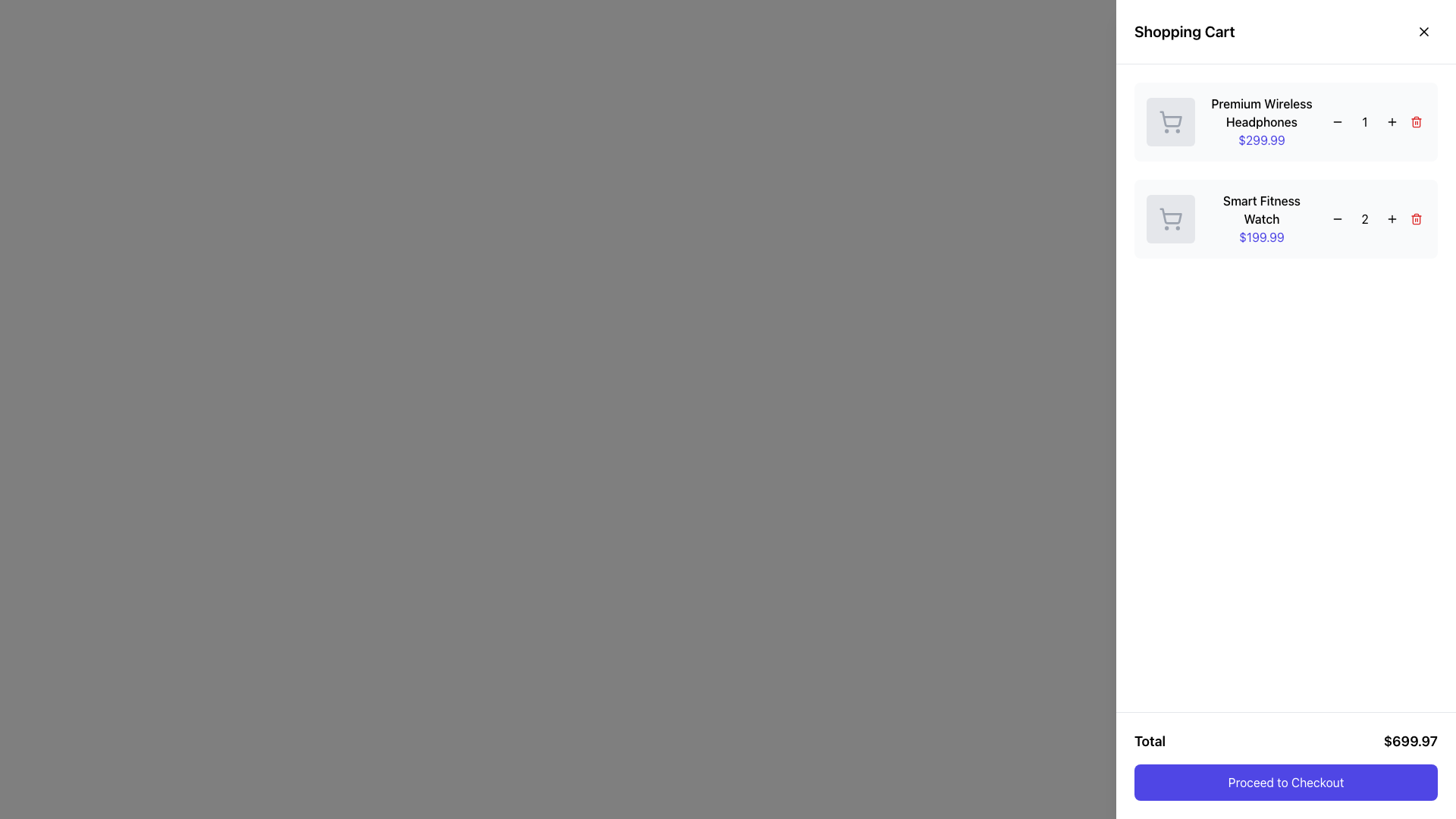 The height and width of the screenshot is (819, 1456). Describe the element at coordinates (1376, 219) in the screenshot. I see `the numeric display for the 'Smart Fitness Watch' within the numeric adjustment component in the shopping cart, which is centrally positioned among its minus and plus buttons` at that location.